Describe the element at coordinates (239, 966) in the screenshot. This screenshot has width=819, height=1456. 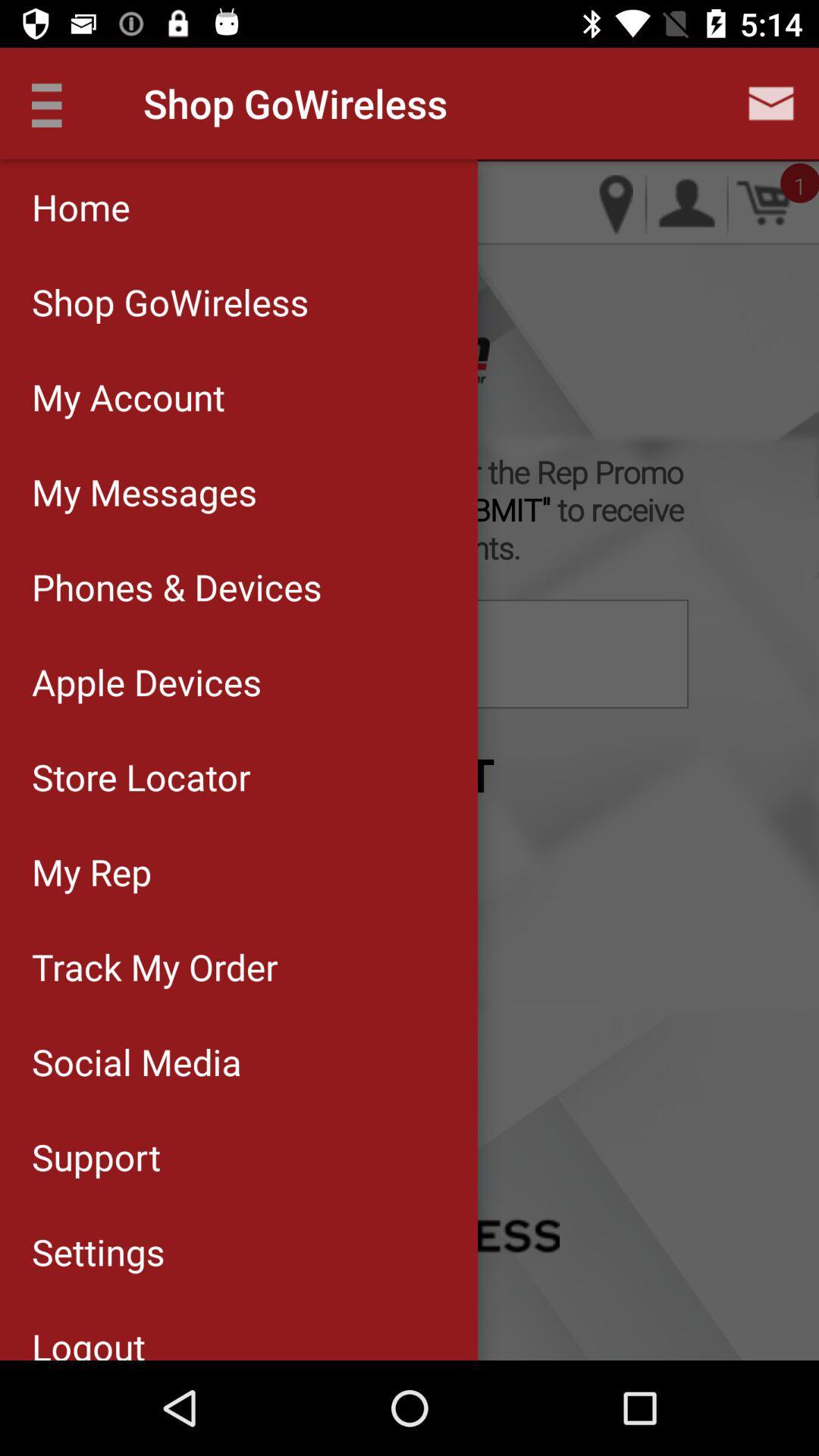
I see `item above social media` at that location.